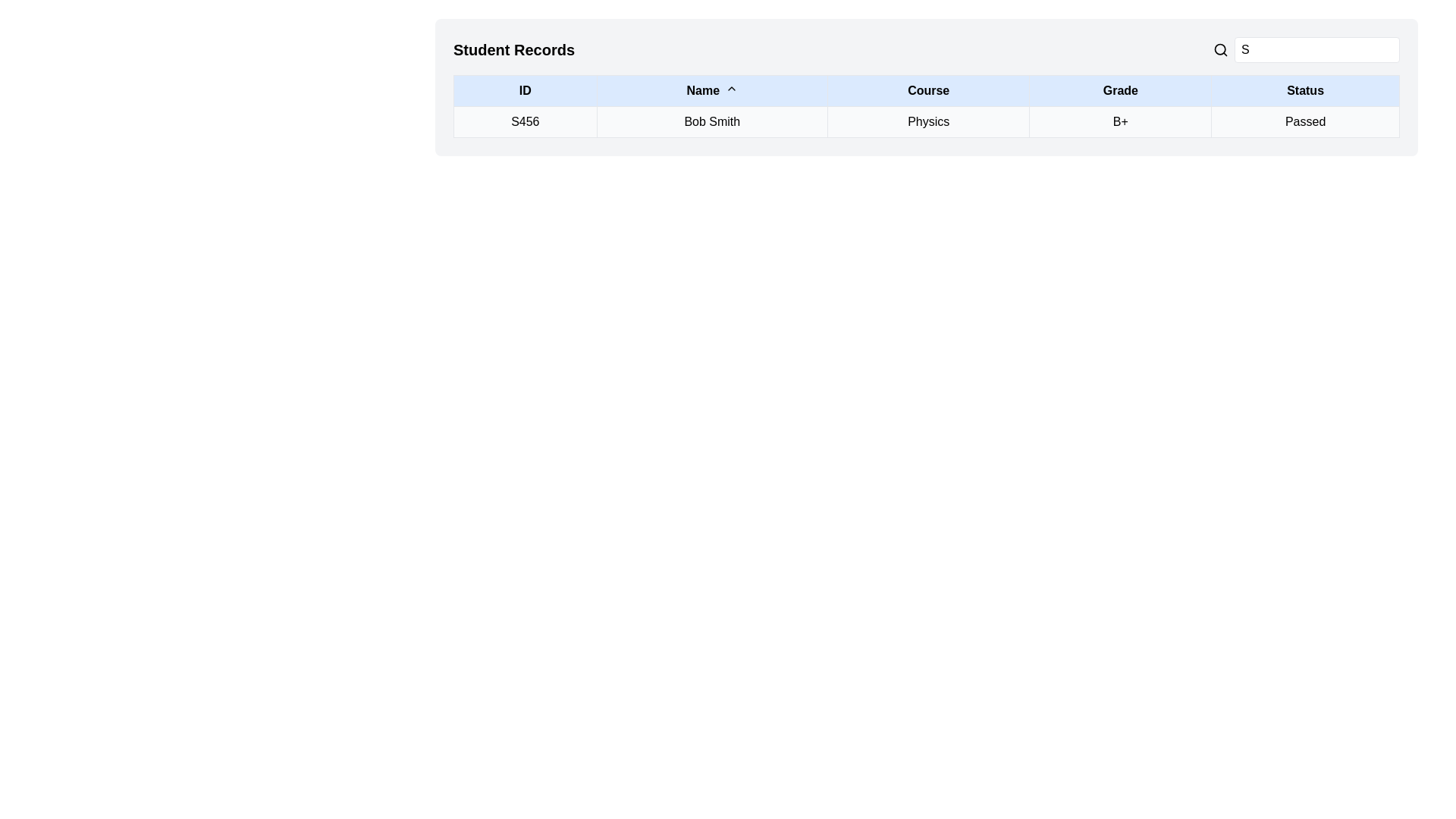  What do you see at coordinates (525, 90) in the screenshot?
I see `the 'ID' table header cell` at bounding box center [525, 90].